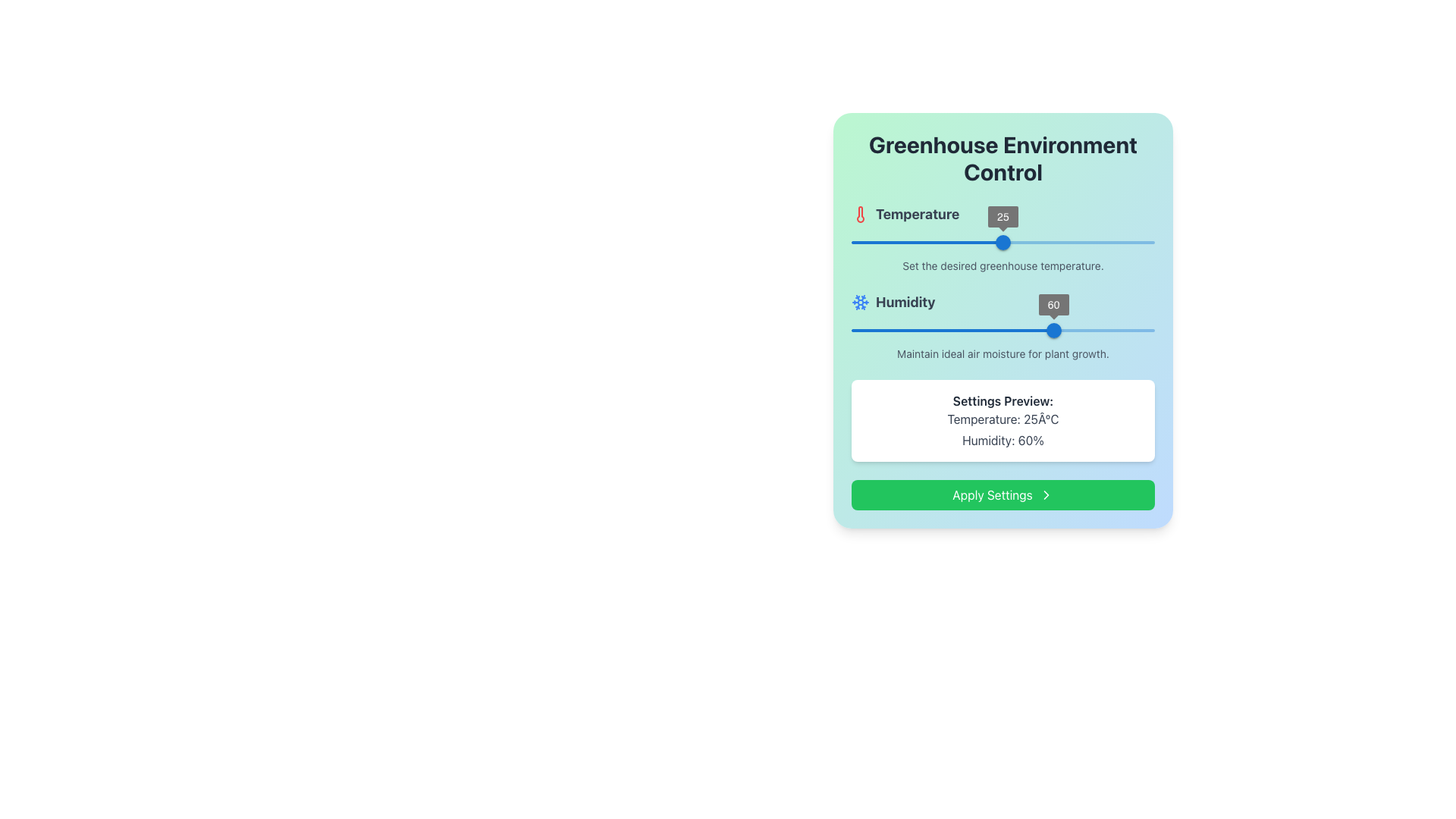 This screenshot has height=819, width=1456. What do you see at coordinates (1003, 353) in the screenshot?
I see `text label displaying 'Maintain ideal air moisture for plant growth.' located below the '60' slider in the humidity adjustment section` at bounding box center [1003, 353].